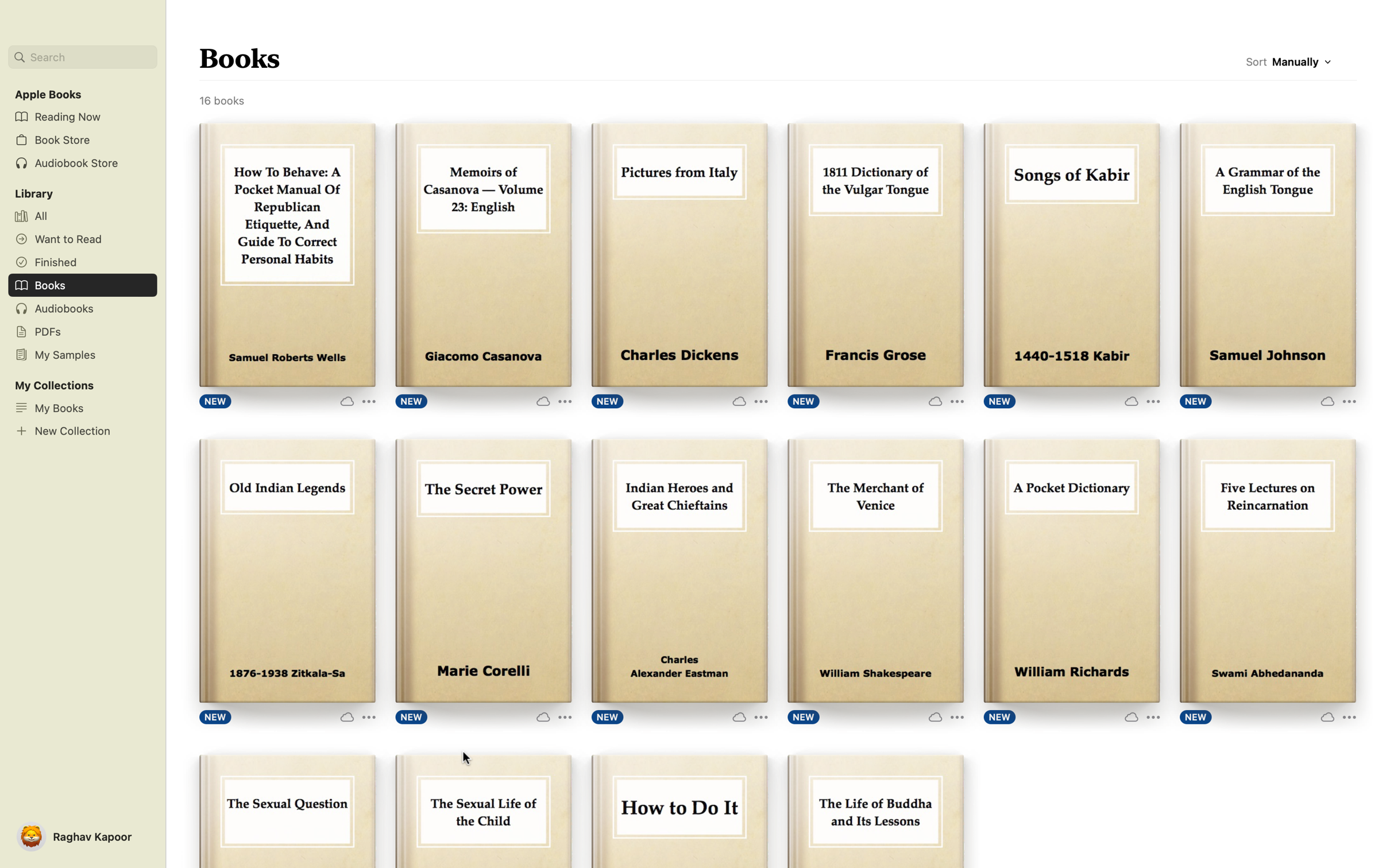  Describe the element at coordinates (748, 715) in the screenshot. I see `"More Options" for the listed book "Indian Heroes"` at that location.